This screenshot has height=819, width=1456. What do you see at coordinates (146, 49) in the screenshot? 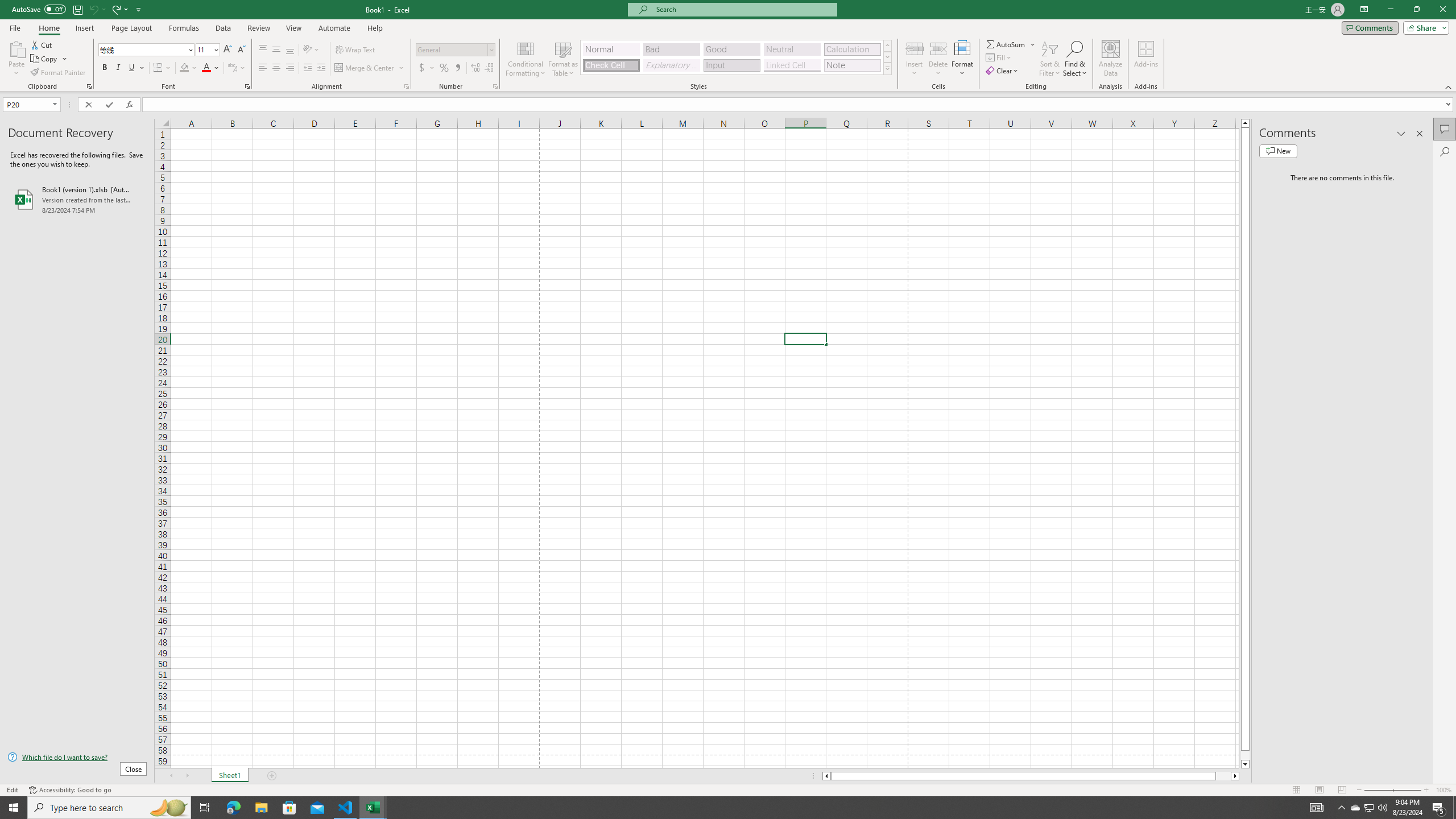
I see `'Font'` at bounding box center [146, 49].